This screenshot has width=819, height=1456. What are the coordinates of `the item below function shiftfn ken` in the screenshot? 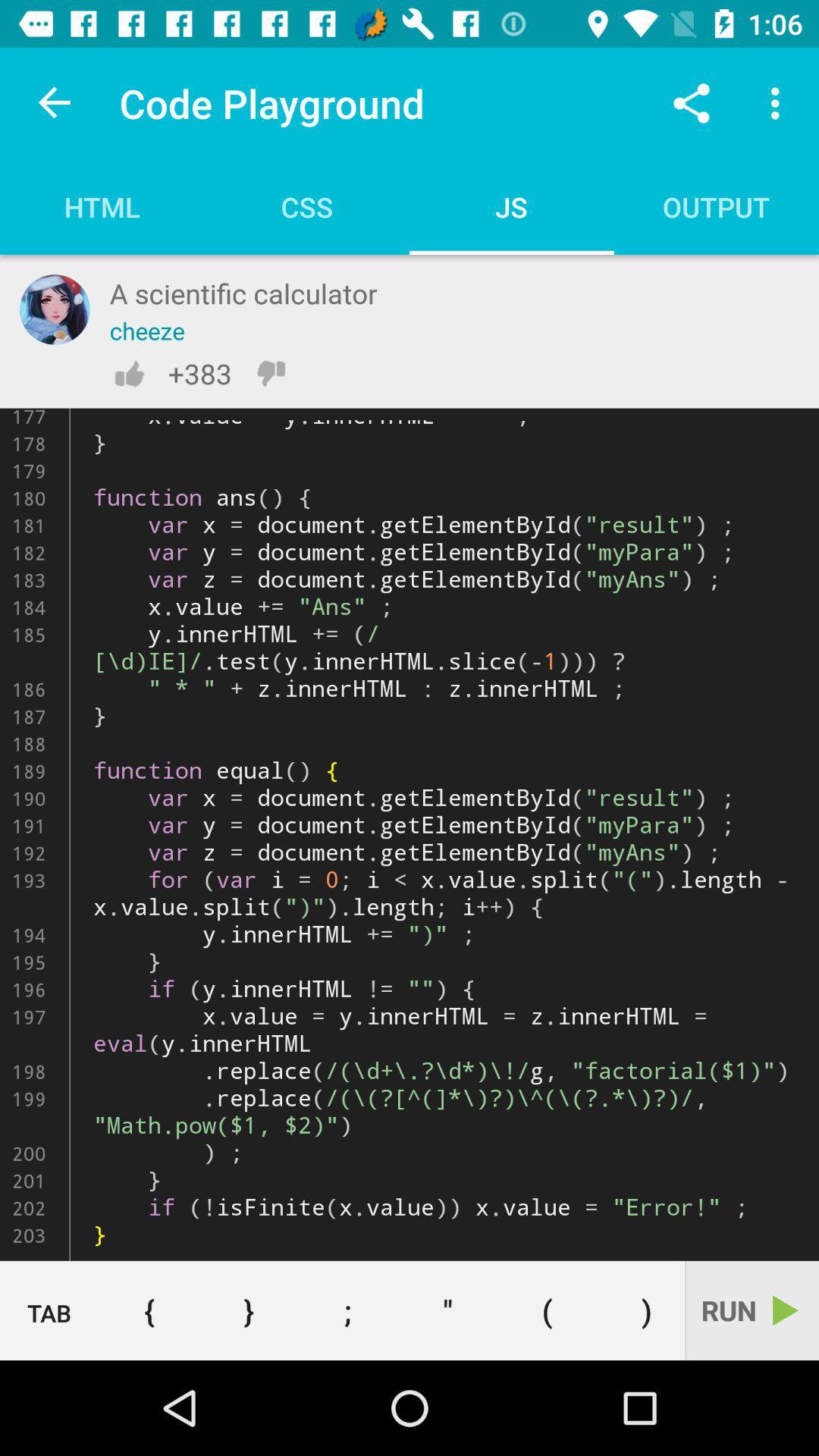 It's located at (447, 1310).